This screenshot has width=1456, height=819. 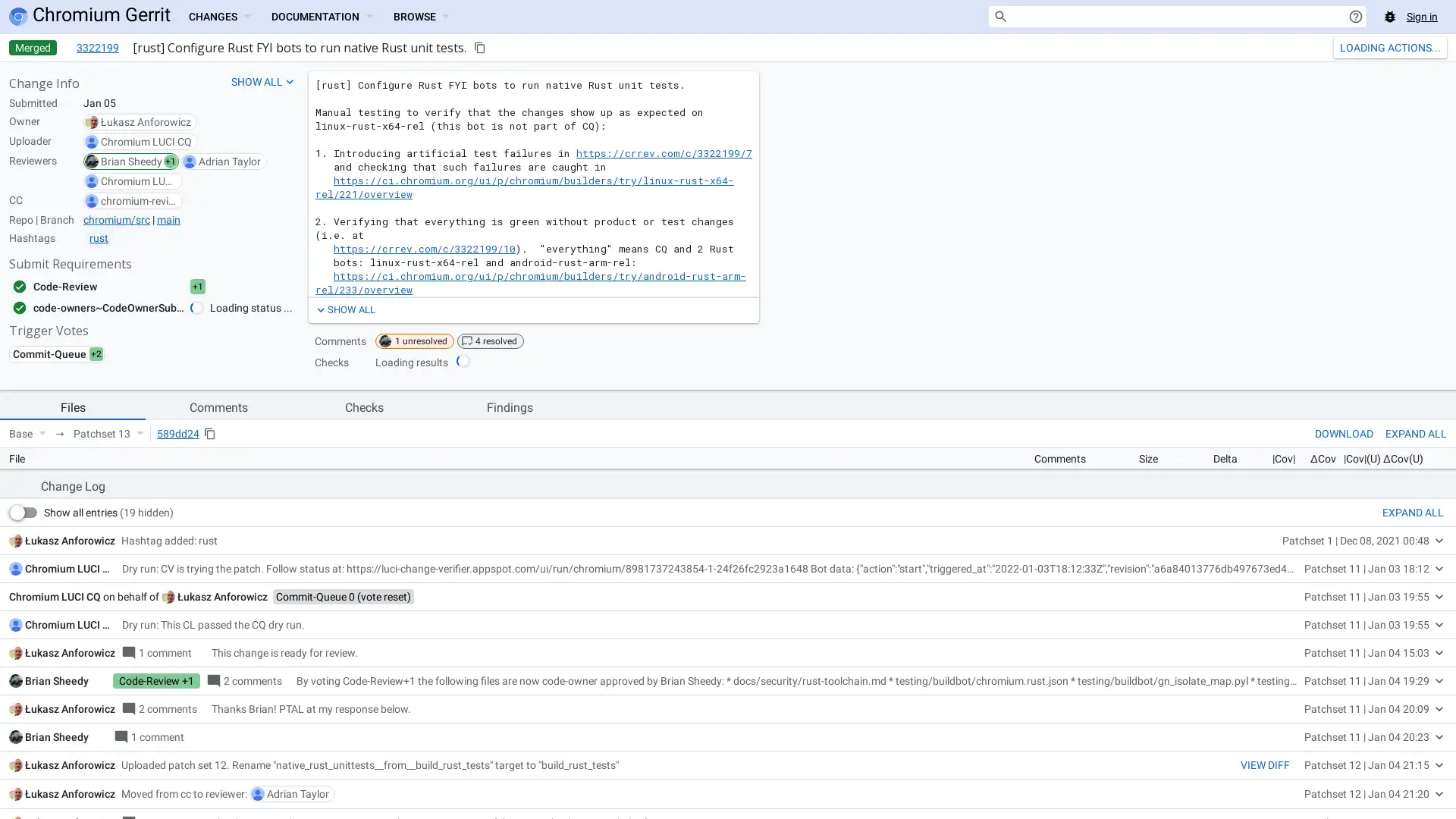 What do you see at coordinates (108, 433) in the screenshot?
I see `Patchset 13` at bounding box center [108, 433].